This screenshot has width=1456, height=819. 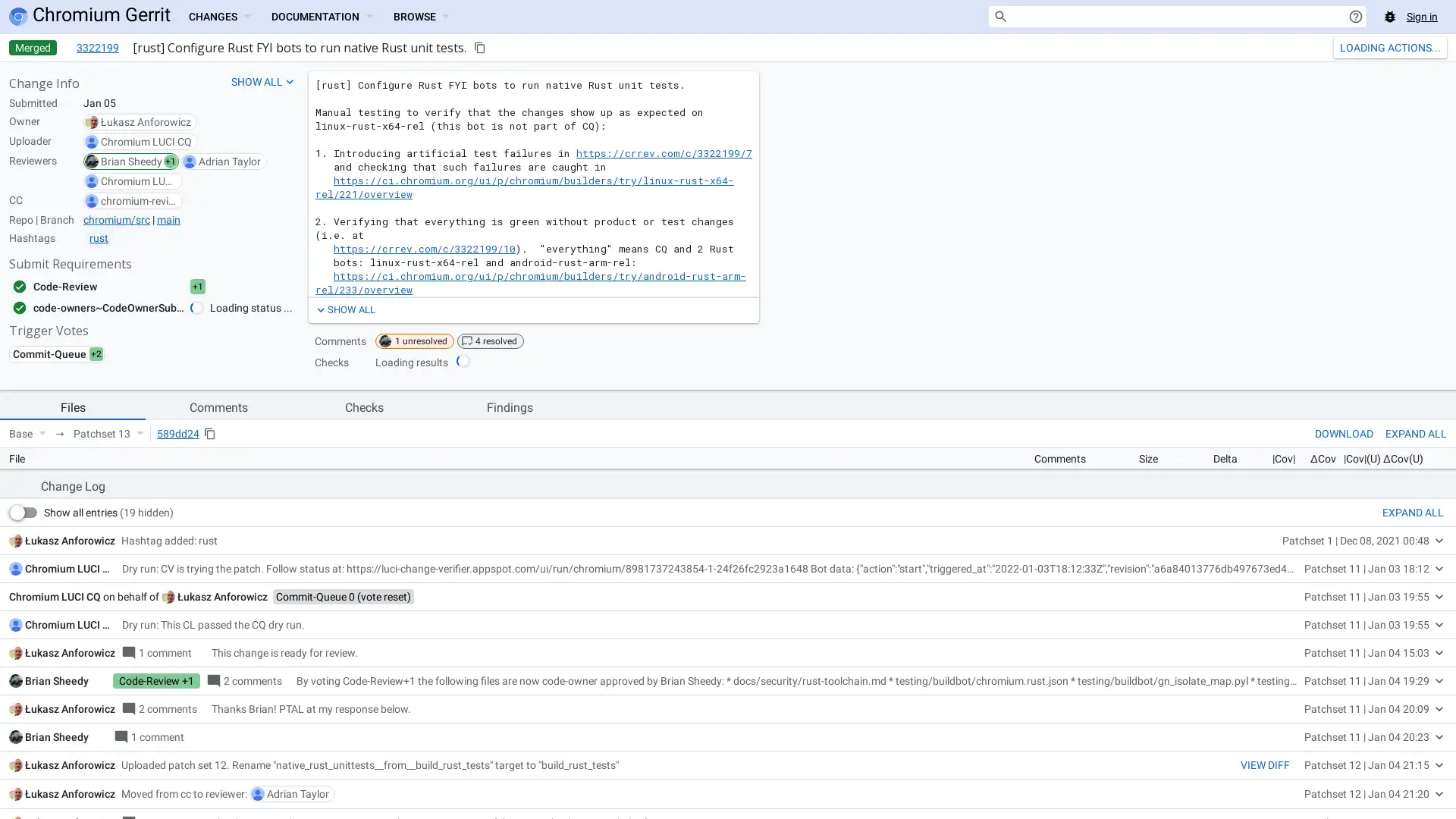 What do you see at coordinates (108, 433) in the screenshot?
I see `Patchset 13` at bounding box center [108, 433].